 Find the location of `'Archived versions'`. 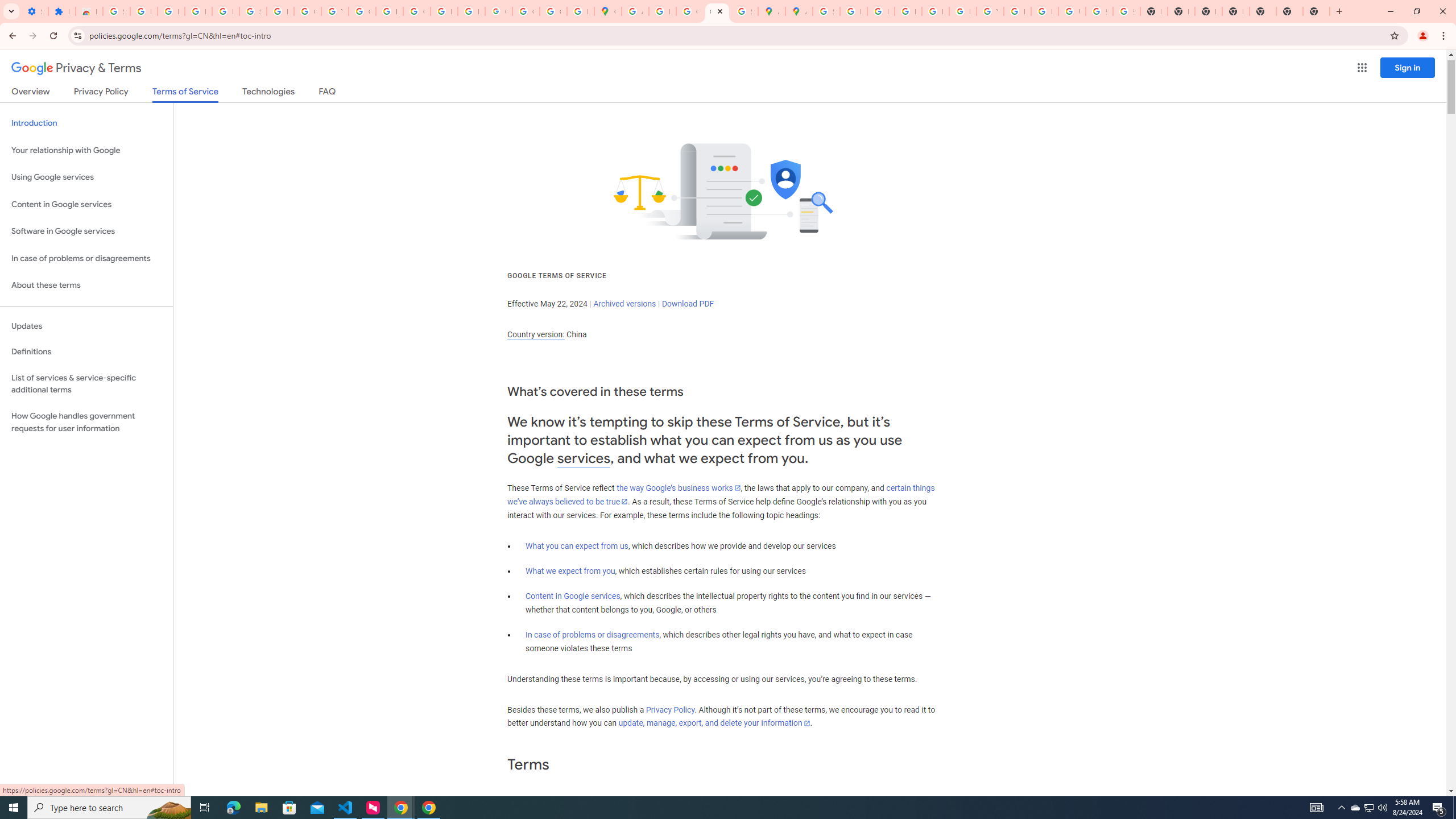

'Archived versions' is located at coordinates (624, 303).